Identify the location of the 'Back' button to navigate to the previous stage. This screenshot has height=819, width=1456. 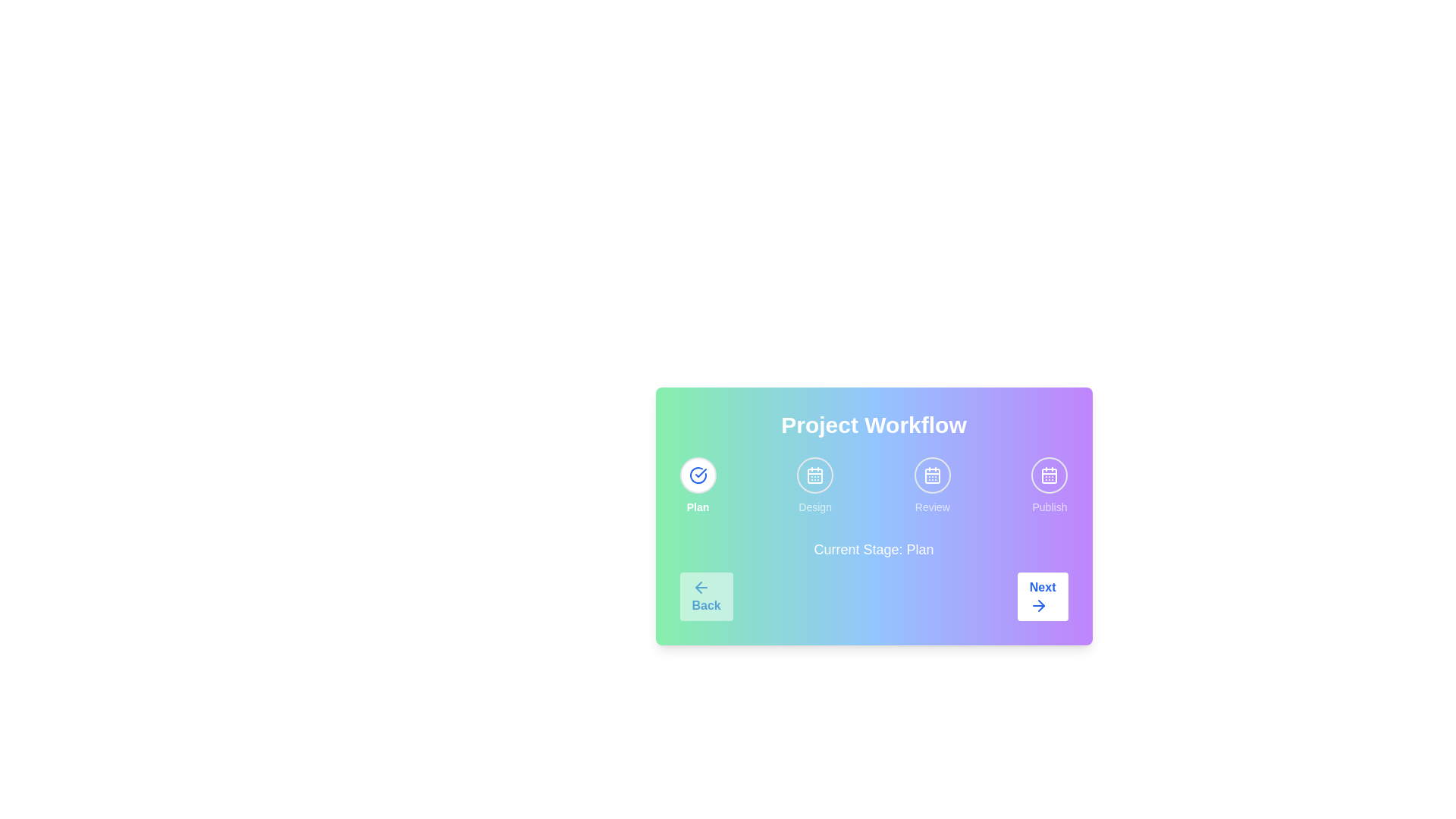
(705, 595).